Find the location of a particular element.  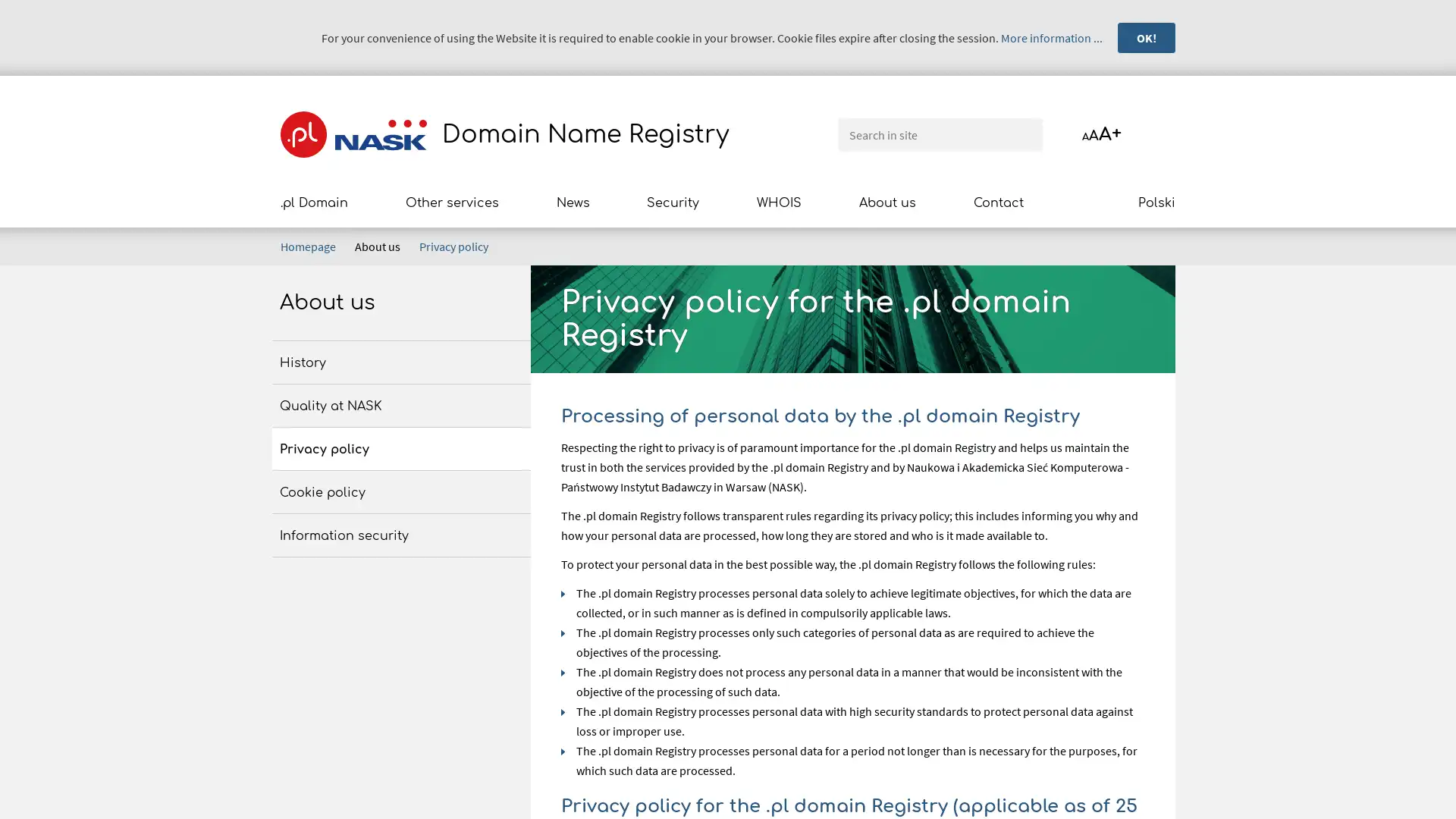

Search is located at coordinates (1024, 133).